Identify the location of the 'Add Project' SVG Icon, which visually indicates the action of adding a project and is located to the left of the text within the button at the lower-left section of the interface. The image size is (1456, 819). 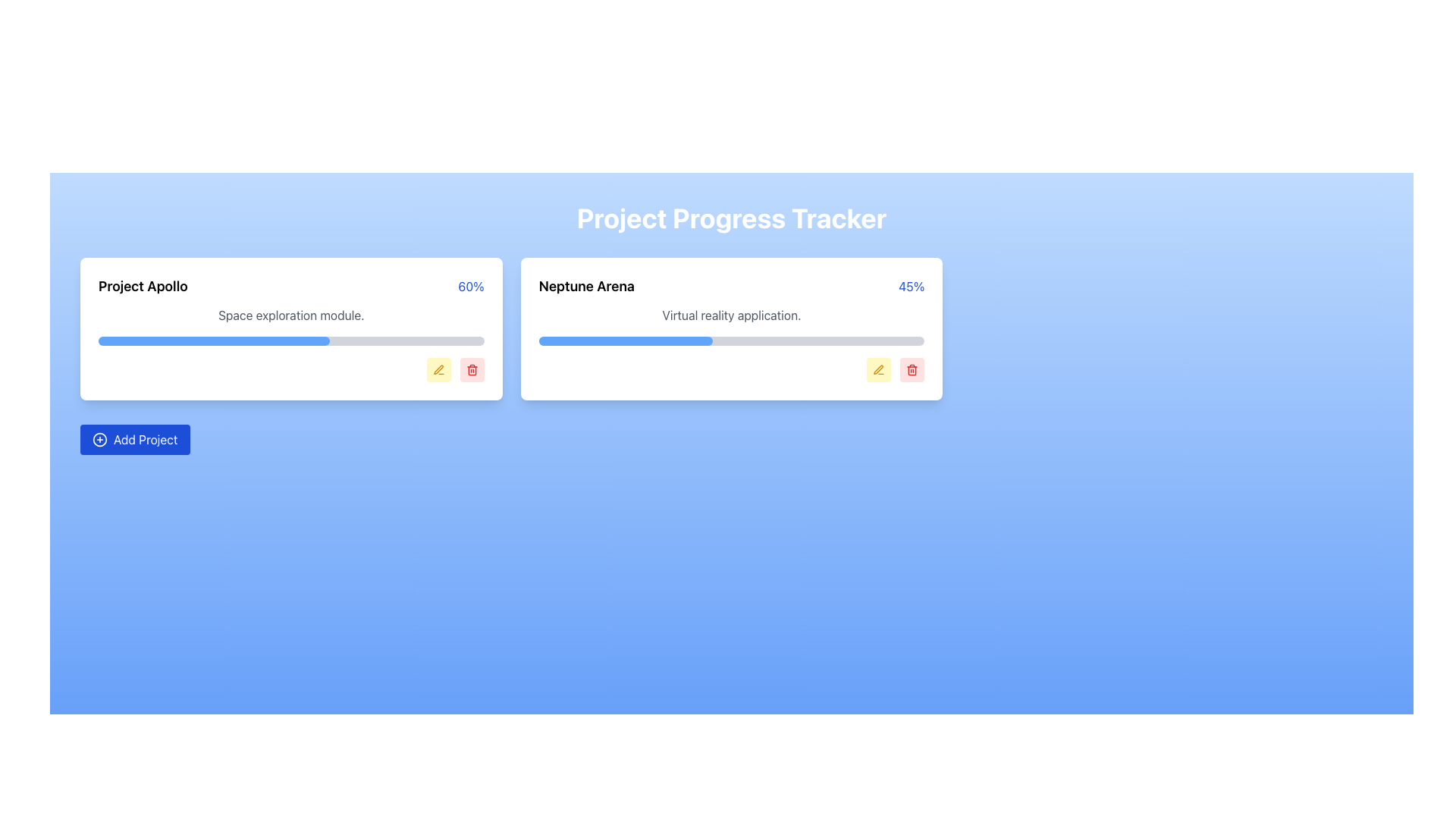
(99, 439).